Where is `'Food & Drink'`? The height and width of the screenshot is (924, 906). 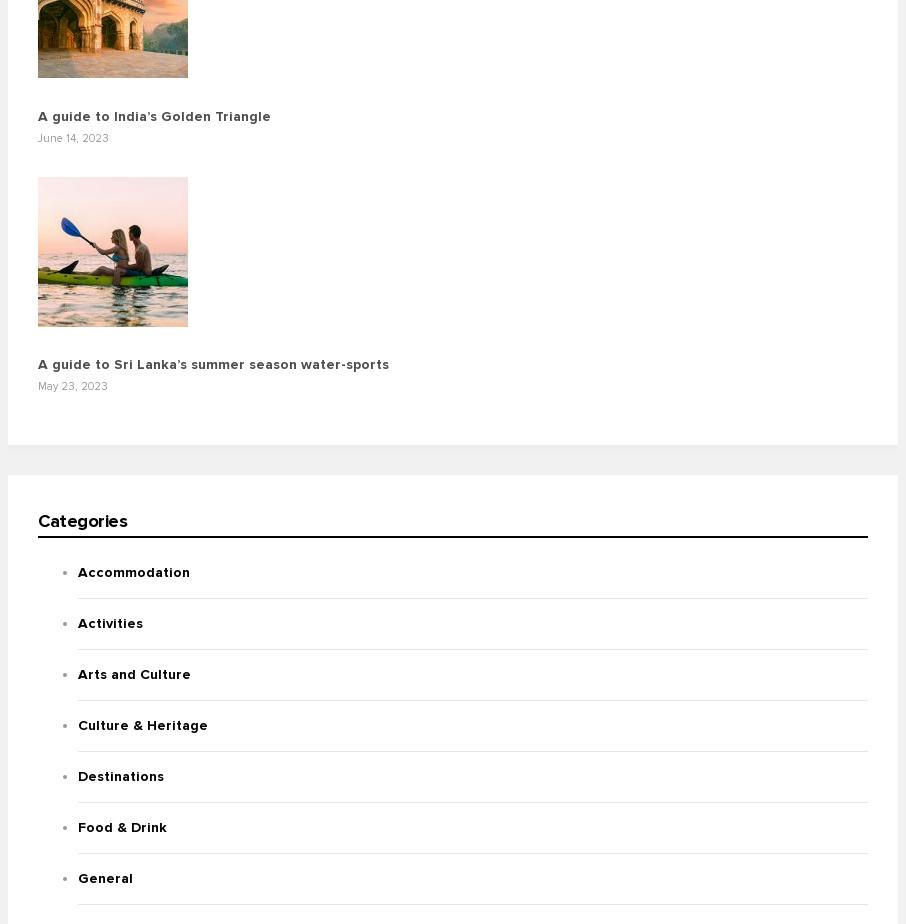
'Food & Drink' is located at coordinates (78, 827).